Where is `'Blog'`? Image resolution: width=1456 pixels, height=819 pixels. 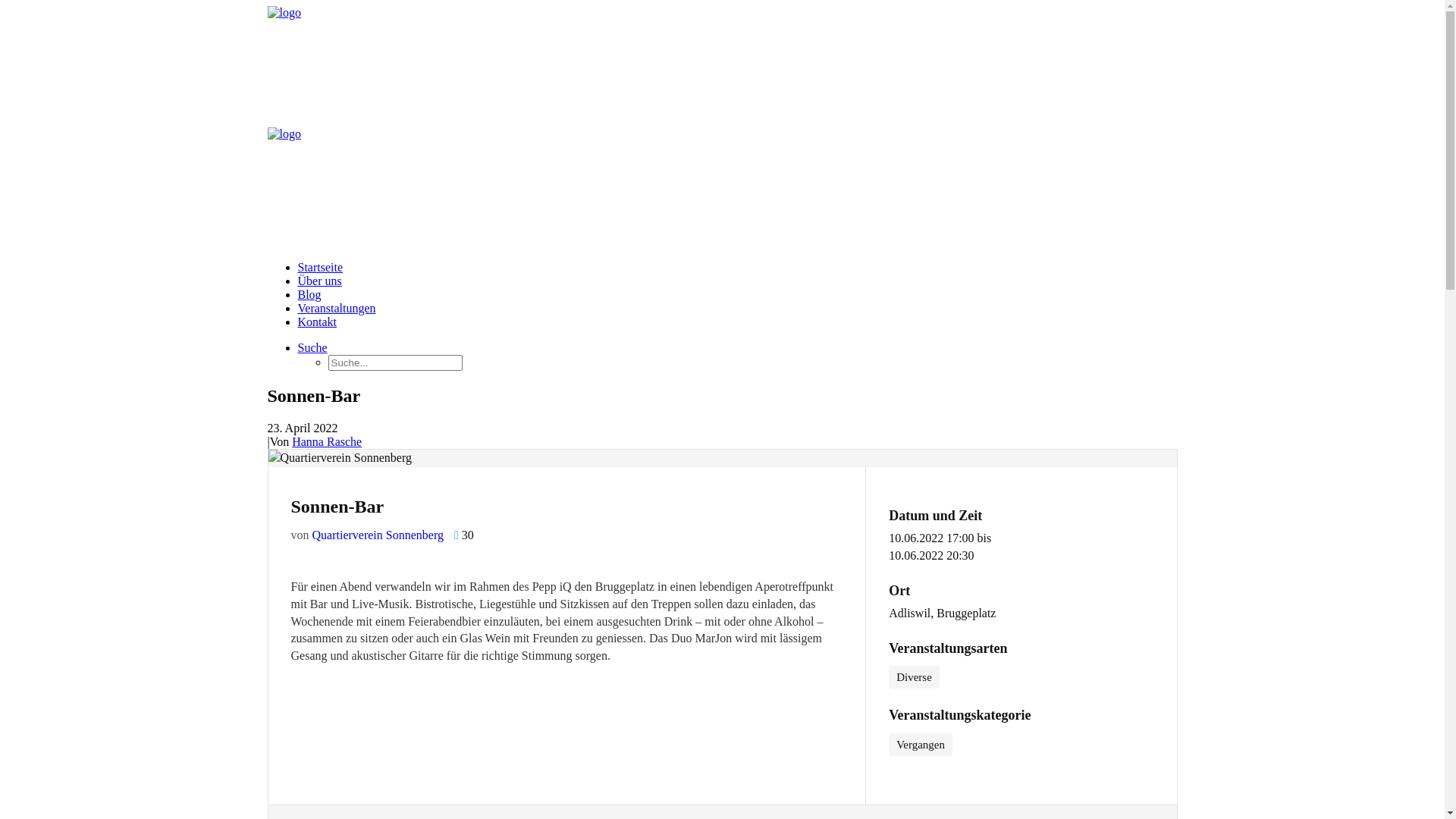 'Blog' is located at coordinates (308, 294).